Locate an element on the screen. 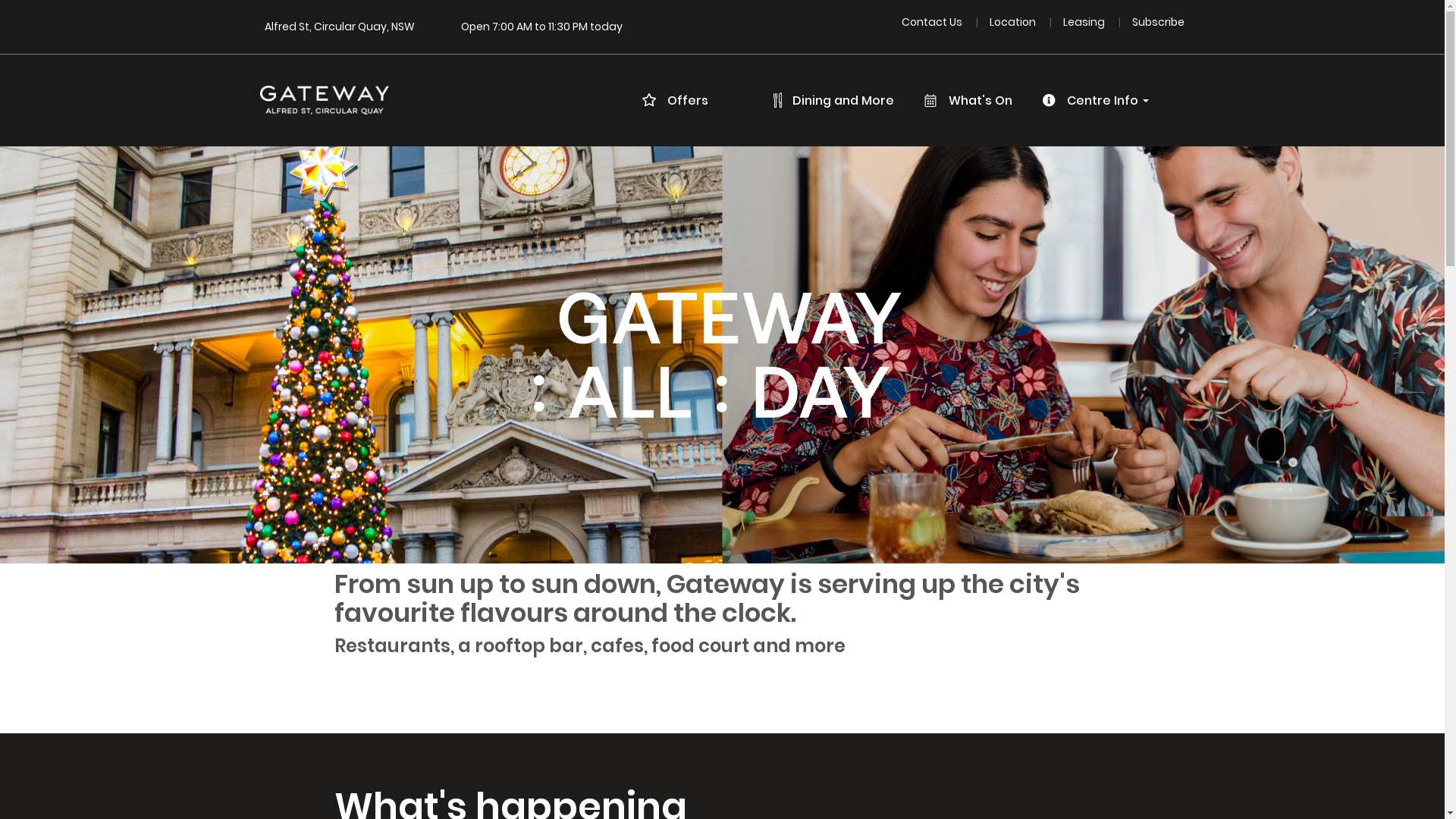 The image size is (1456, 819). 'Contact Us' is located at coordinates (902, 22).